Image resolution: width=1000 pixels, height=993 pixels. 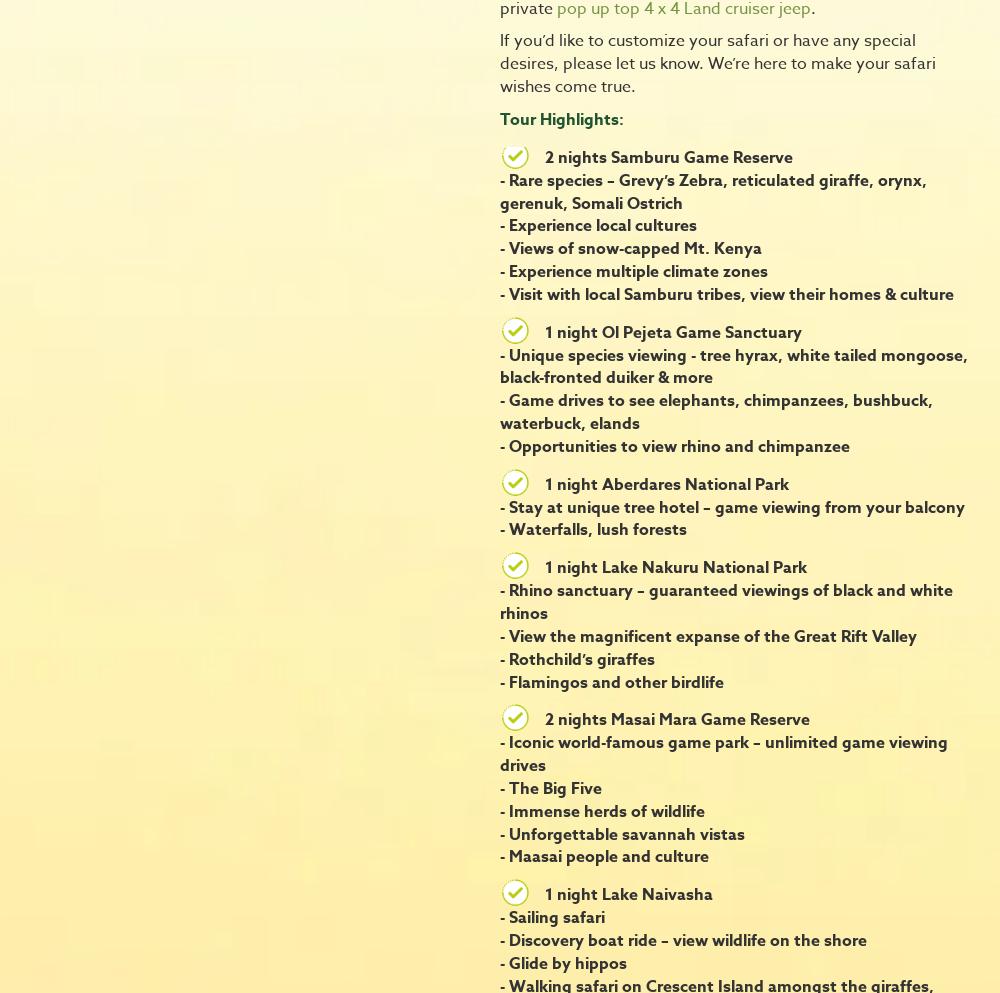 What do you see at coordinates (603, 855) in the screenshot?
I see `'- Maasai  people and culture'` at bounding box center [603, 855].